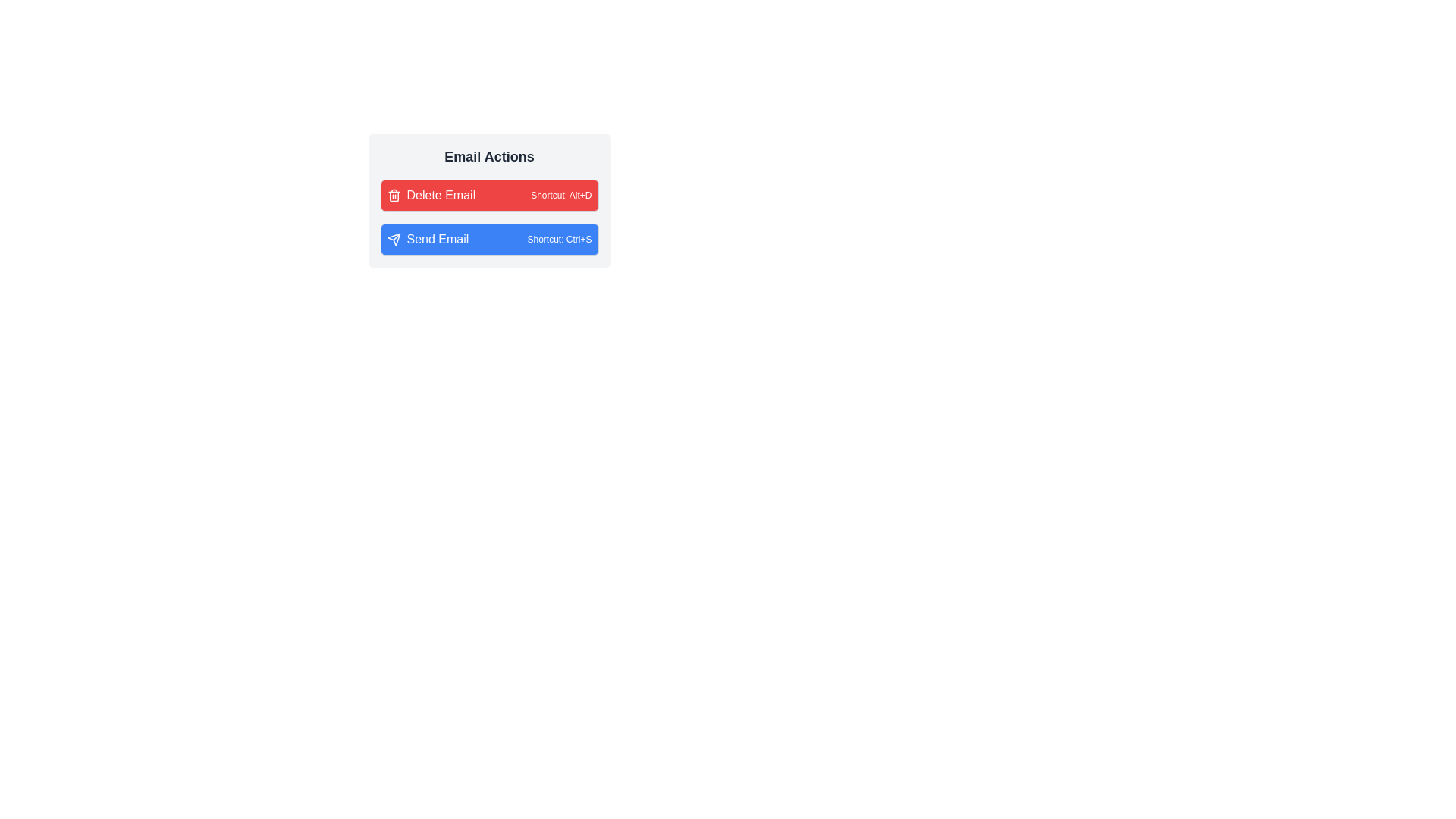 The image size is (1456, 819). Describe the element at coordinates (489, 195) in the screenshot. I see `the delete email button located in the 'Email Actions' section, positioned above the 'Send Email' button` at that location.